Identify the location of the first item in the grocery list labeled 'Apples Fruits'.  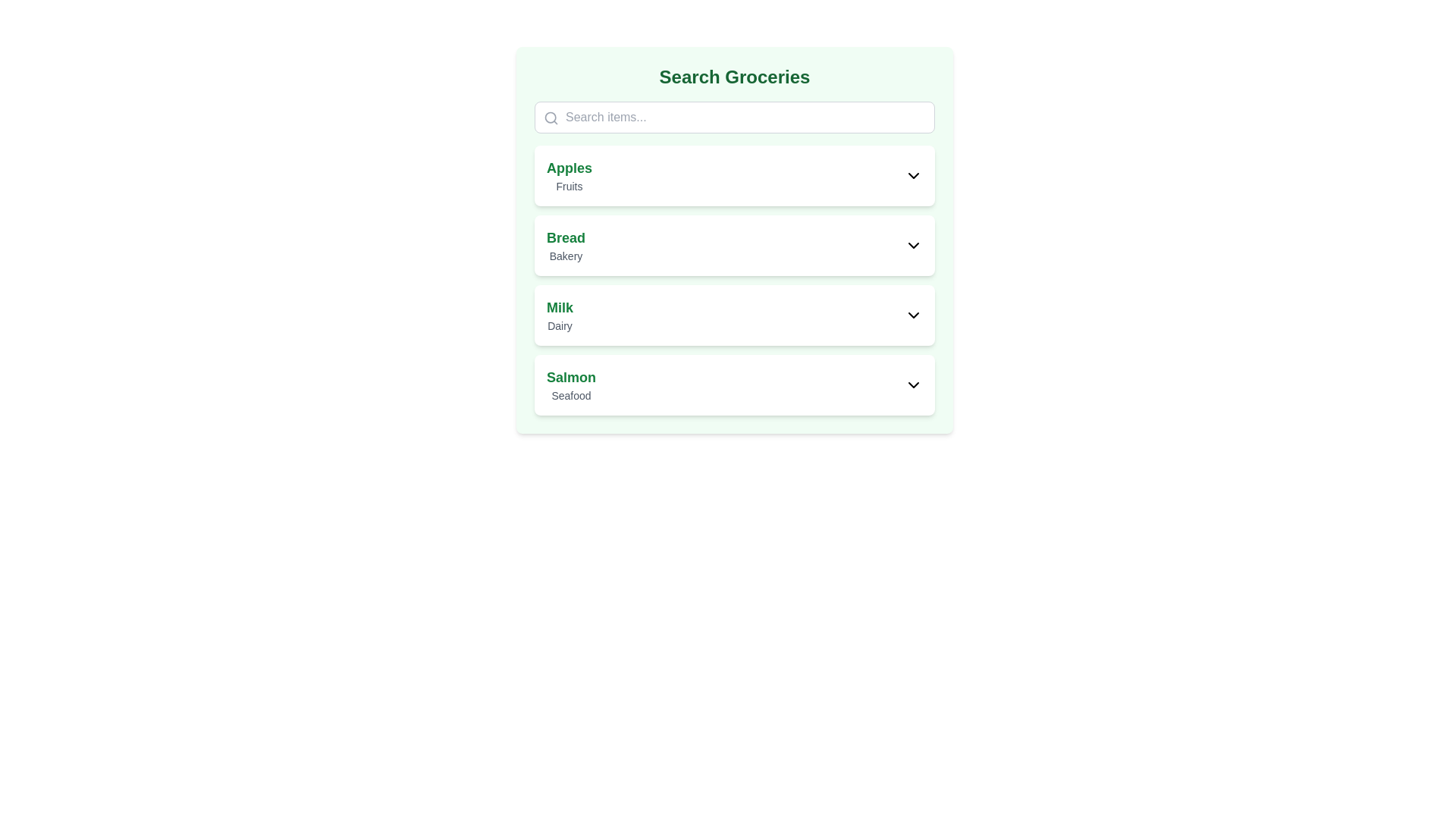
(735, 174).